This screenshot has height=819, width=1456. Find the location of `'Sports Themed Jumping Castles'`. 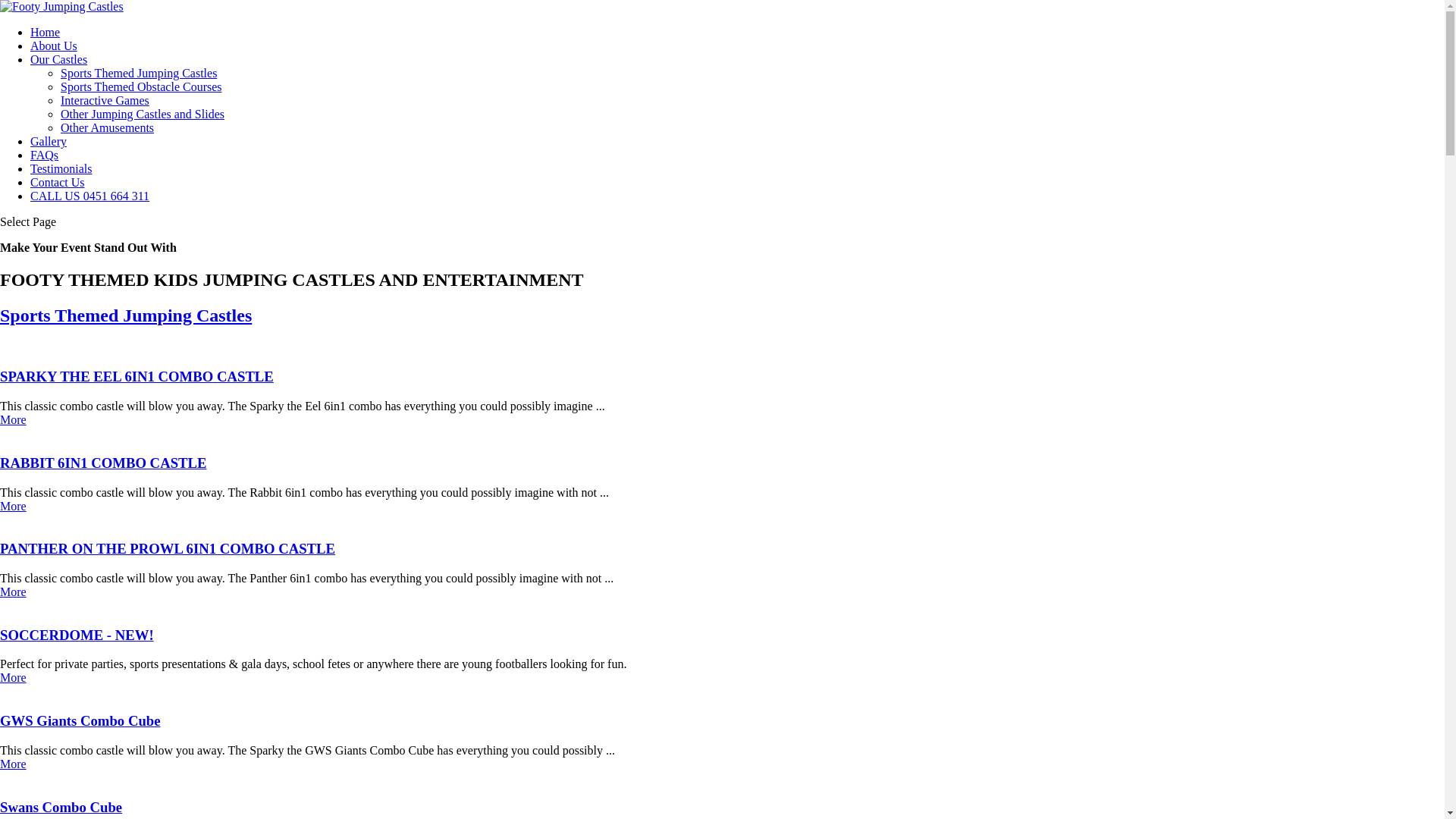

'Sports Themed Jumping Castles' is located at coordinates (138, 73).